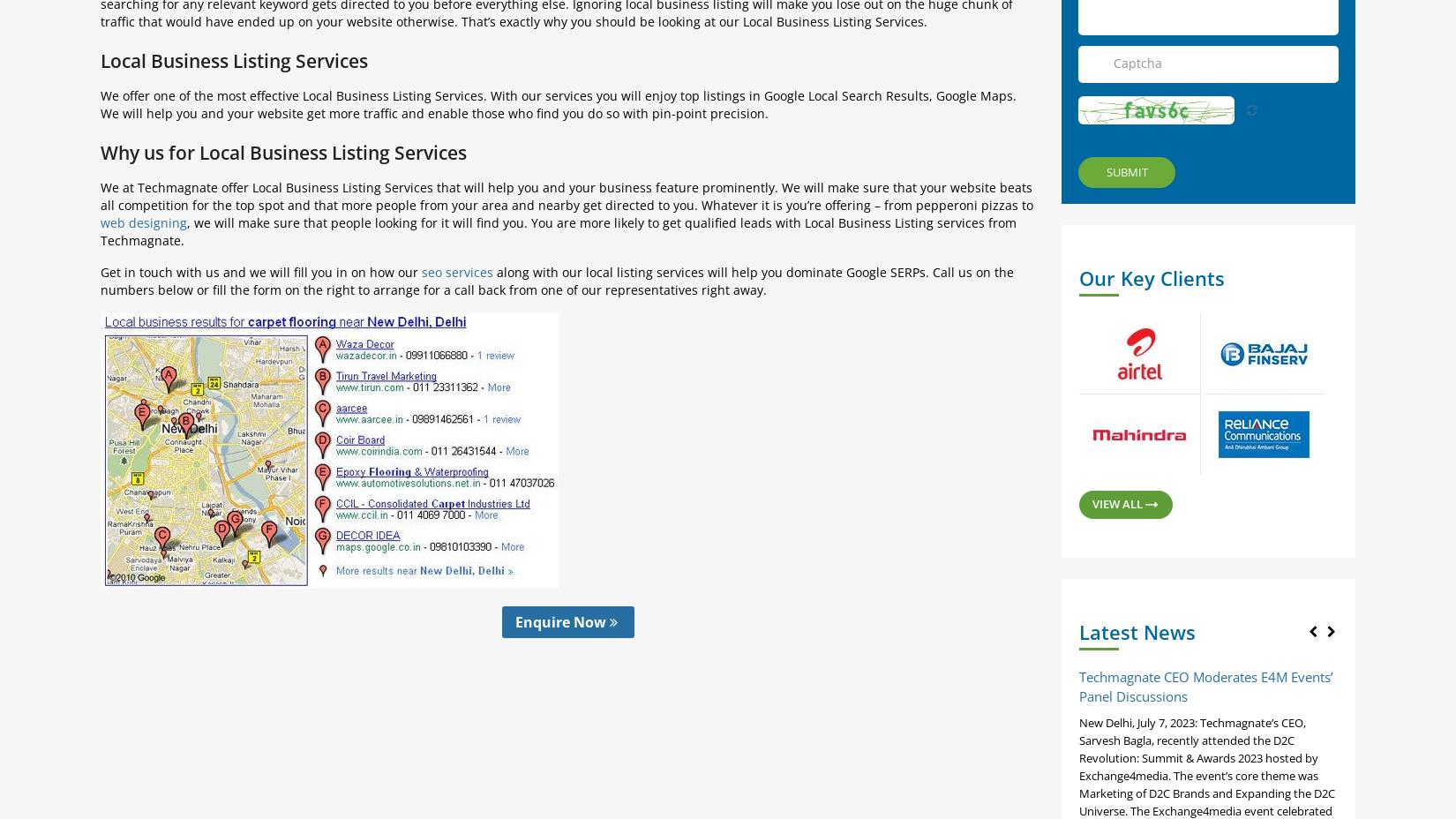 The image size is (1456, 819). Describe the element at coordinates (261, 271) in the screenshot. I see `'Get in touch with us and we will fill you in on how our'` at that location.